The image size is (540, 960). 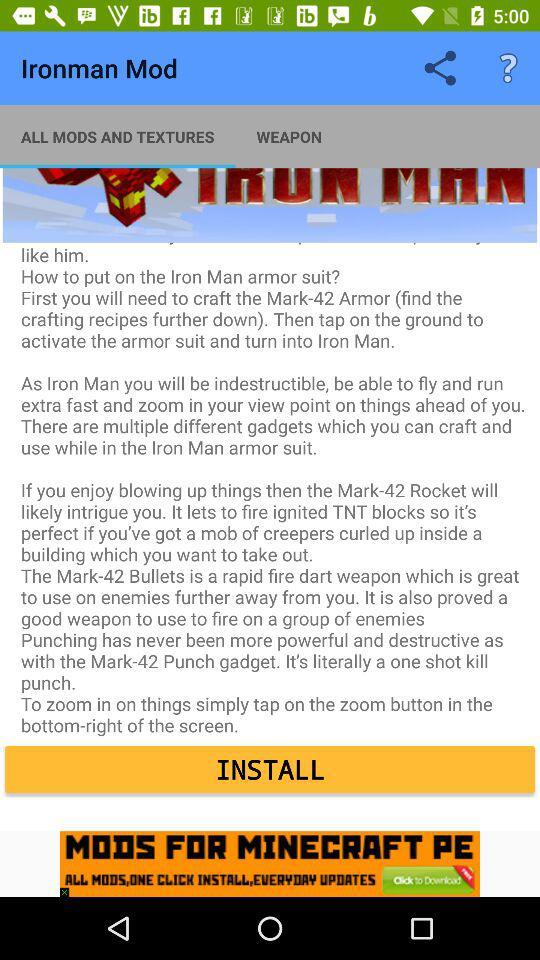 I want to click on the item above the the iron man, so click(x=117, y=135).